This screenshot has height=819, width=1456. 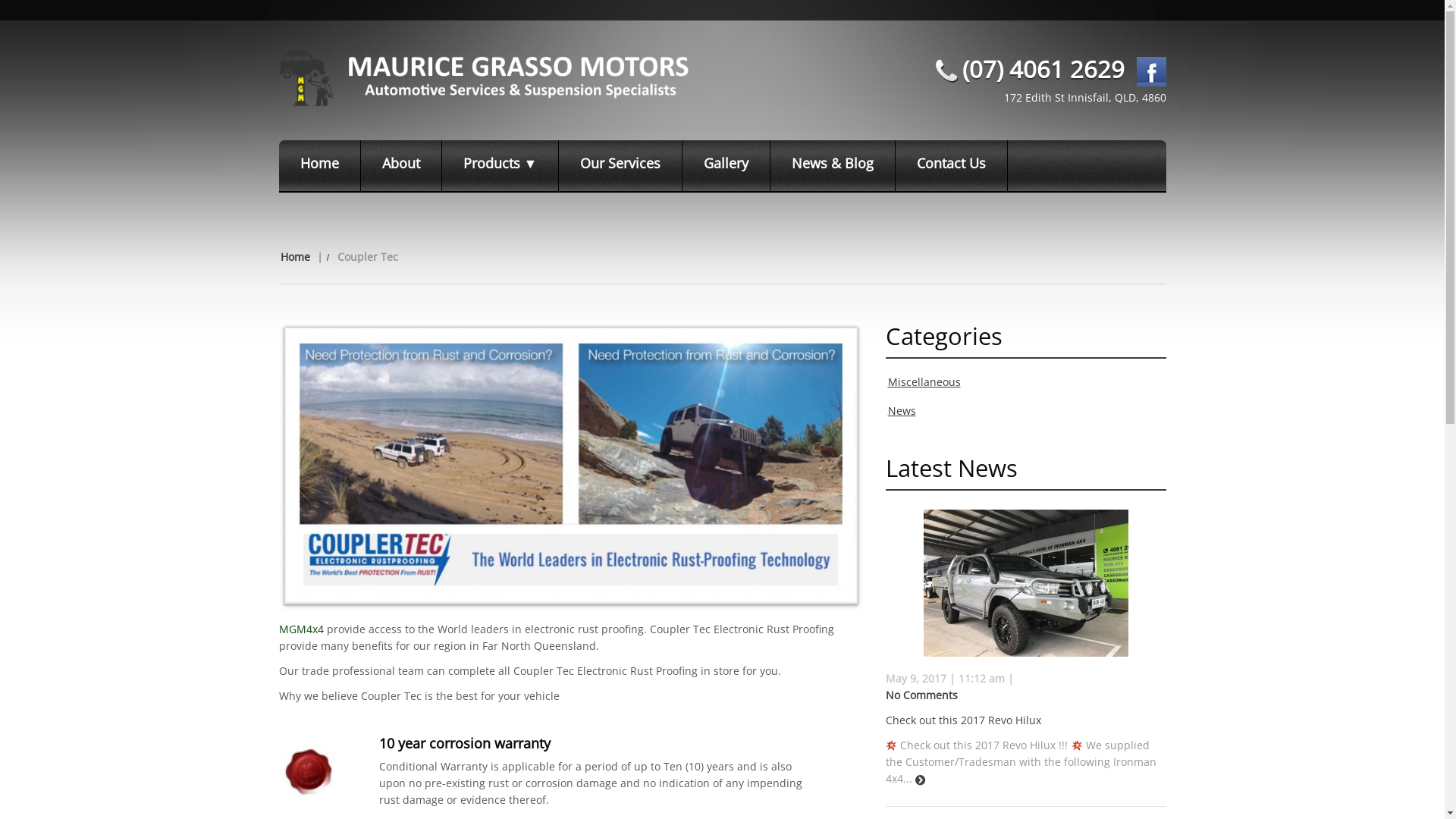 What do you see at coordinates (832, 165) in the screenshot?
I see `'News & Blog'` at bounding box center [832, 165].